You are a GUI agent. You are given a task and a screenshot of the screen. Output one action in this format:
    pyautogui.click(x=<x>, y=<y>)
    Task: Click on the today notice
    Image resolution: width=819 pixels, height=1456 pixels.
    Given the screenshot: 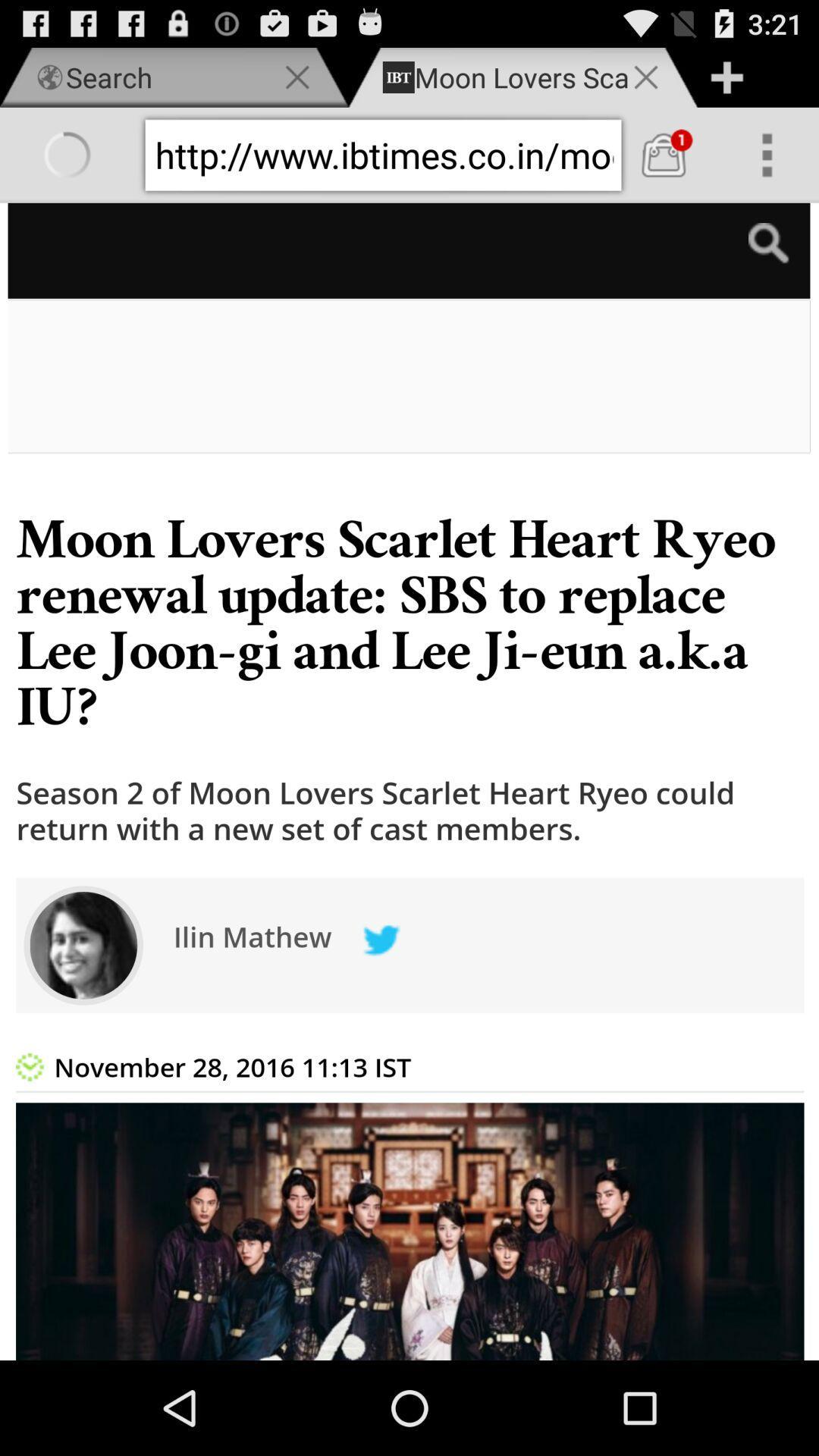 What is the action you would take?
    pyautogui.click(x=409, y=781)
    